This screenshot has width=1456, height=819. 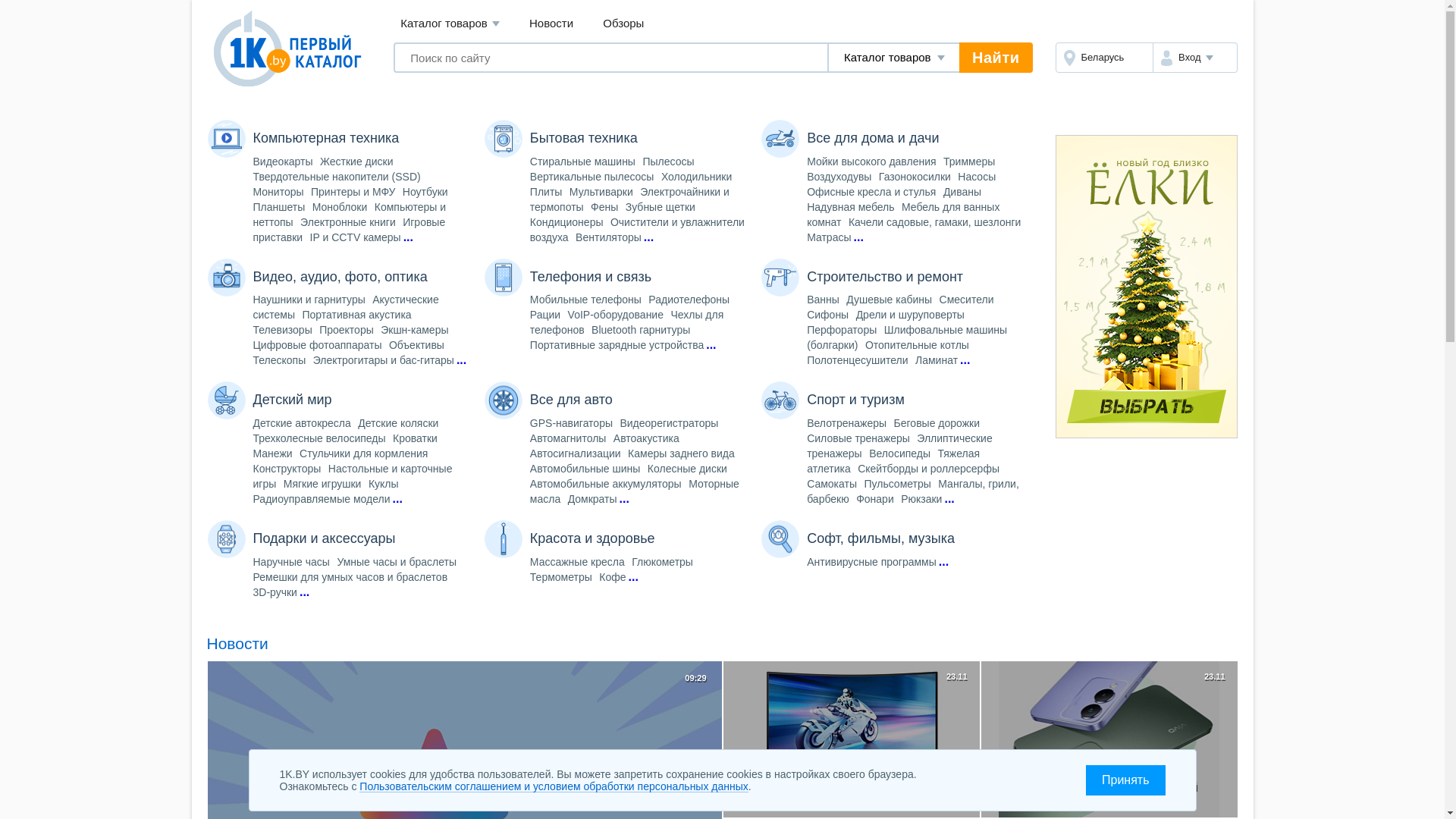 What do you see at coordinates (460, 359) in the screenshot?
I see `'...'` at bounding box center [460, 359].